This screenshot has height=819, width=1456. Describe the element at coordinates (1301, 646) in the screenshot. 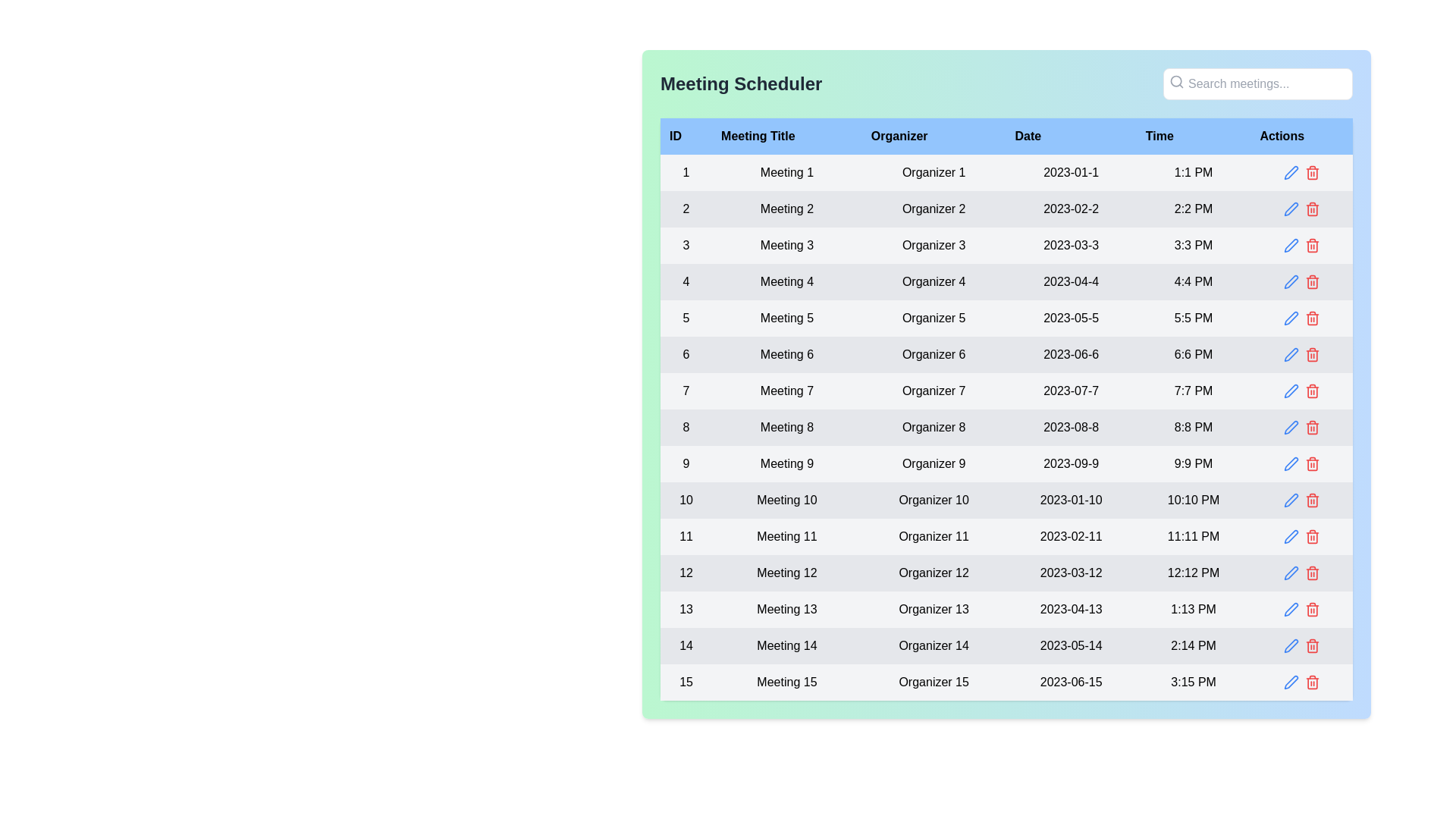

I see `the group of interactive buttons in the 'Actions' column` at that location.